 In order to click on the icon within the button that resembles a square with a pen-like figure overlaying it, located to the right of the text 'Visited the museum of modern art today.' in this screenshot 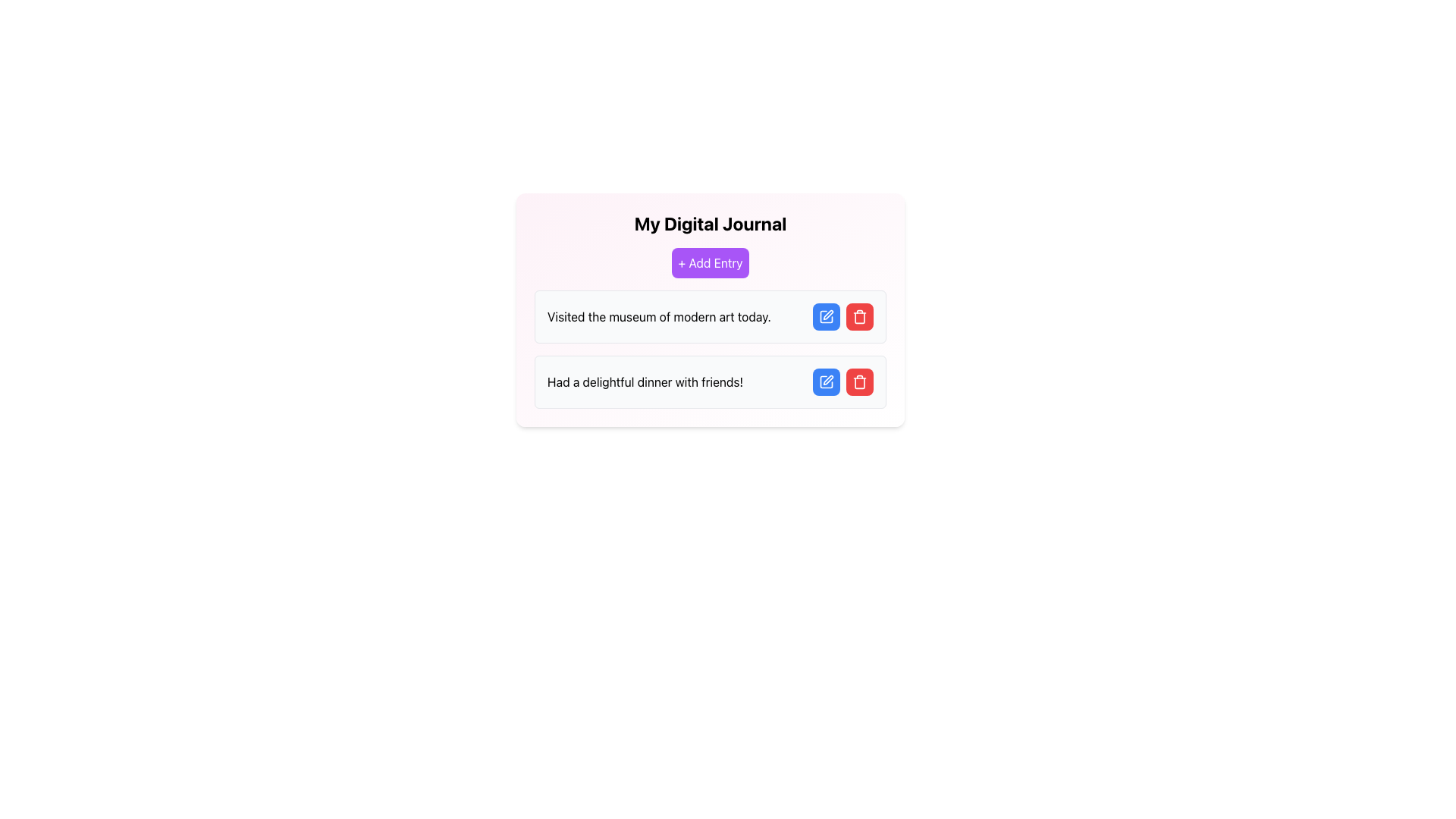, I will do `click(825, 315)`.